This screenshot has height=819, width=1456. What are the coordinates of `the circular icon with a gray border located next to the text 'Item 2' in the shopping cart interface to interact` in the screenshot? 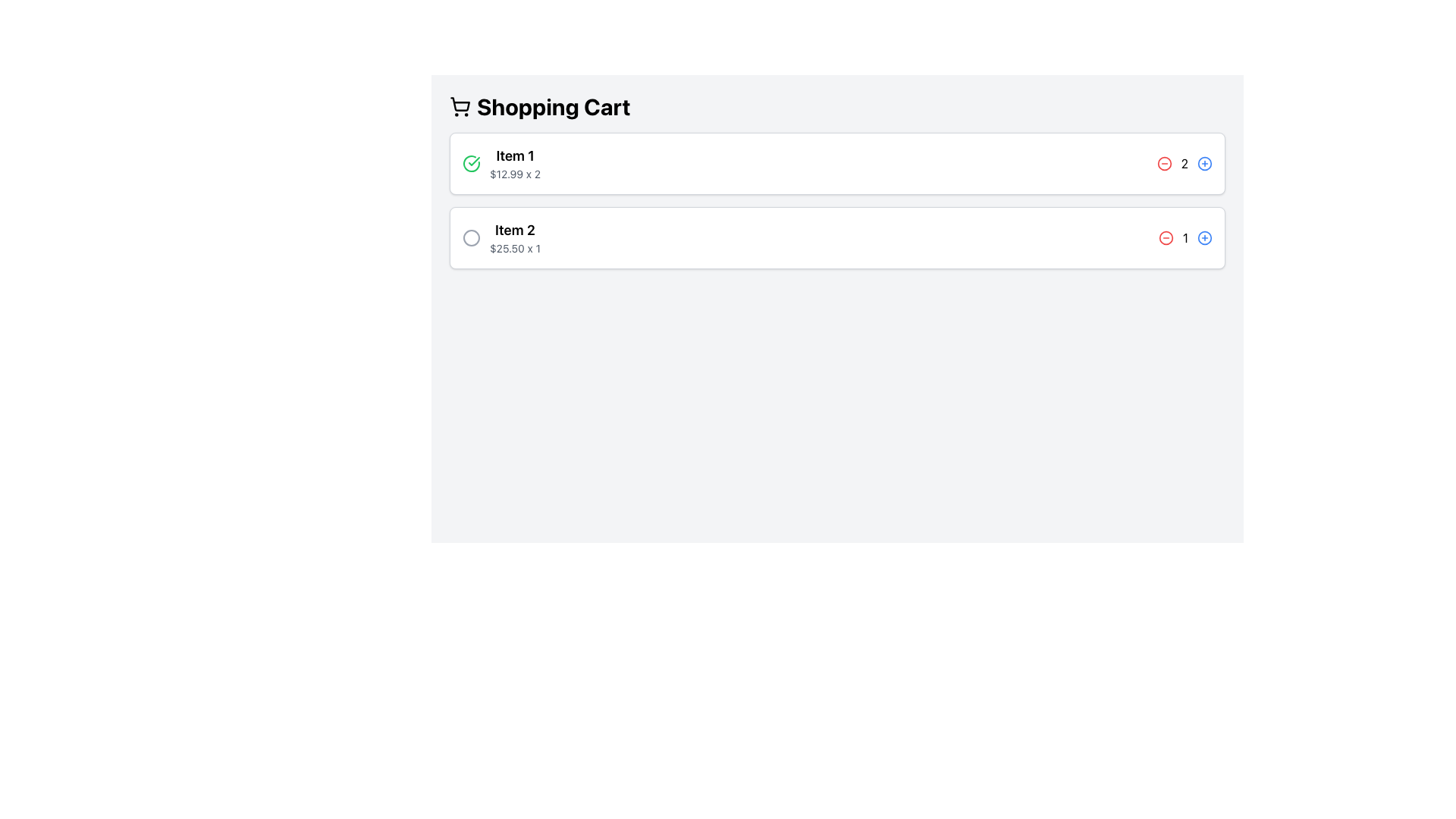 It's located at (471, 237).